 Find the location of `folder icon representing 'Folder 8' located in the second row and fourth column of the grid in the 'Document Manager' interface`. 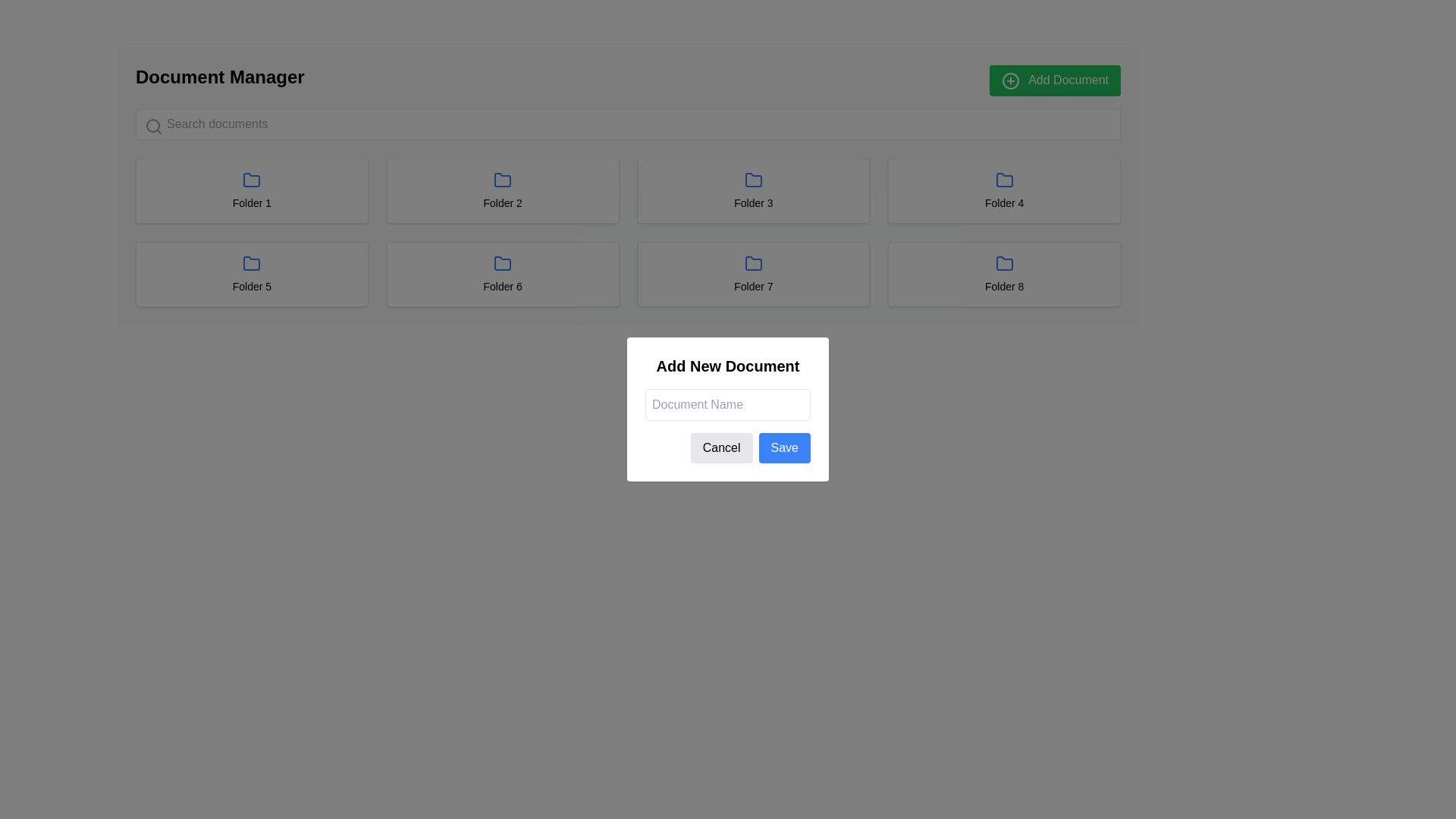

folder icon representing 'Folder 8' located in the second row and fourth column of the grid in the 'Document Manager' interface is located at coordinates (1004, 262).